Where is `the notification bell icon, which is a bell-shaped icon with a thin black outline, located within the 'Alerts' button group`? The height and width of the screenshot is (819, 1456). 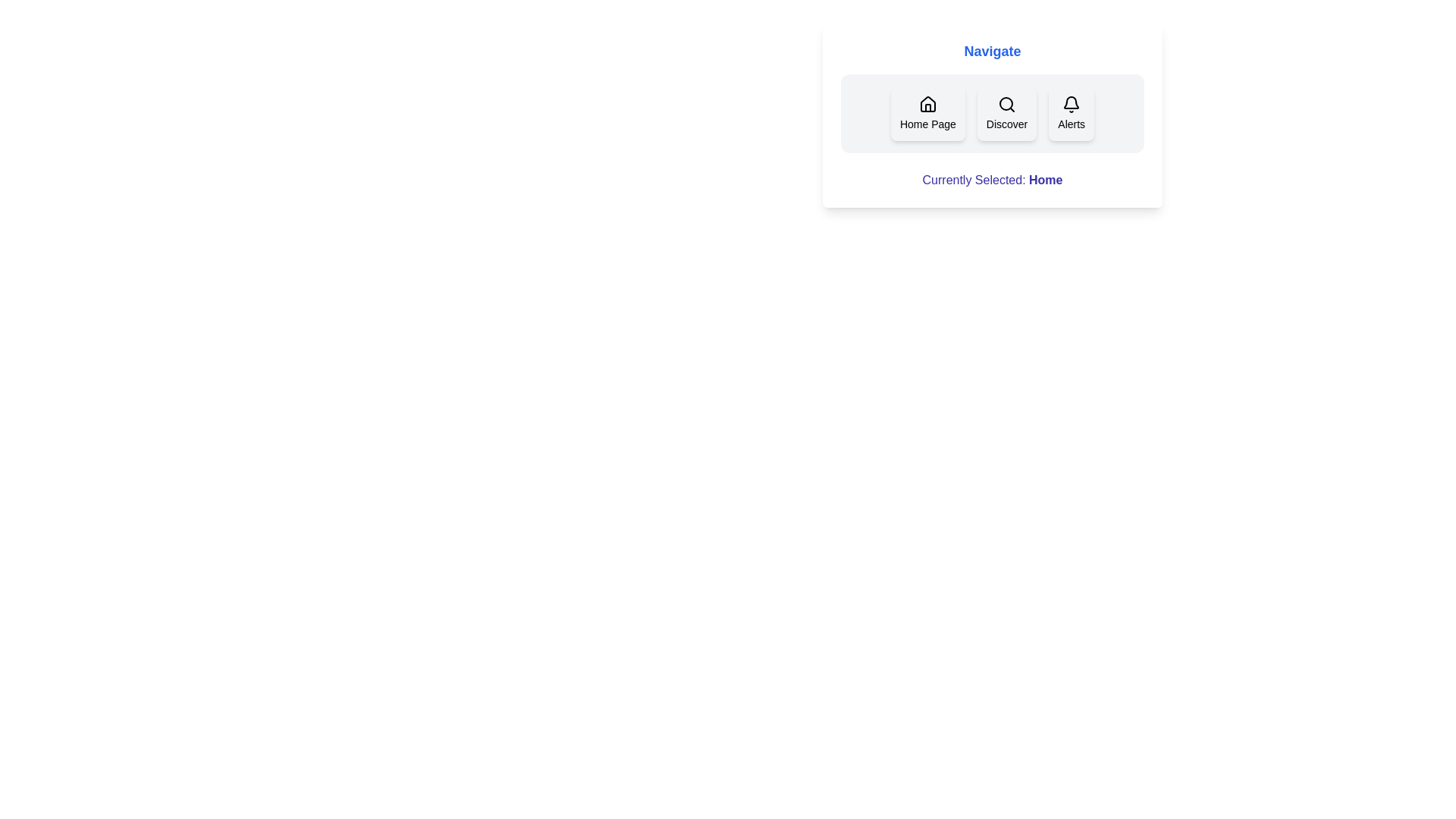
the notification bell icon, which is a bell-shaped icon with a thin black outline, located within the 'Alerts' button group is located at coordinates (1071, 104).